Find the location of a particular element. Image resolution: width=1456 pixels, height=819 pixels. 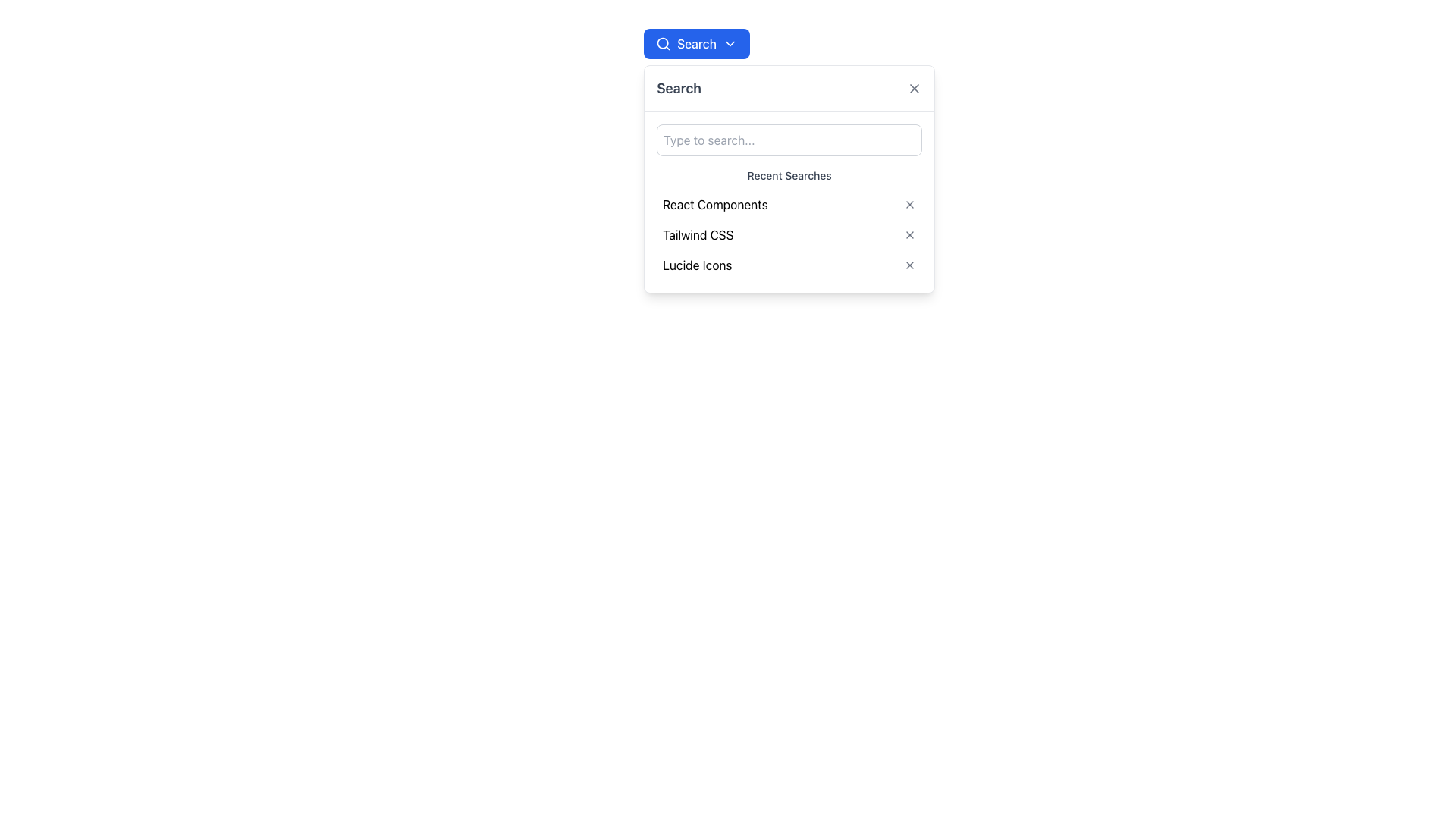

the 'X' icon button is located at coordinates (910, 265).